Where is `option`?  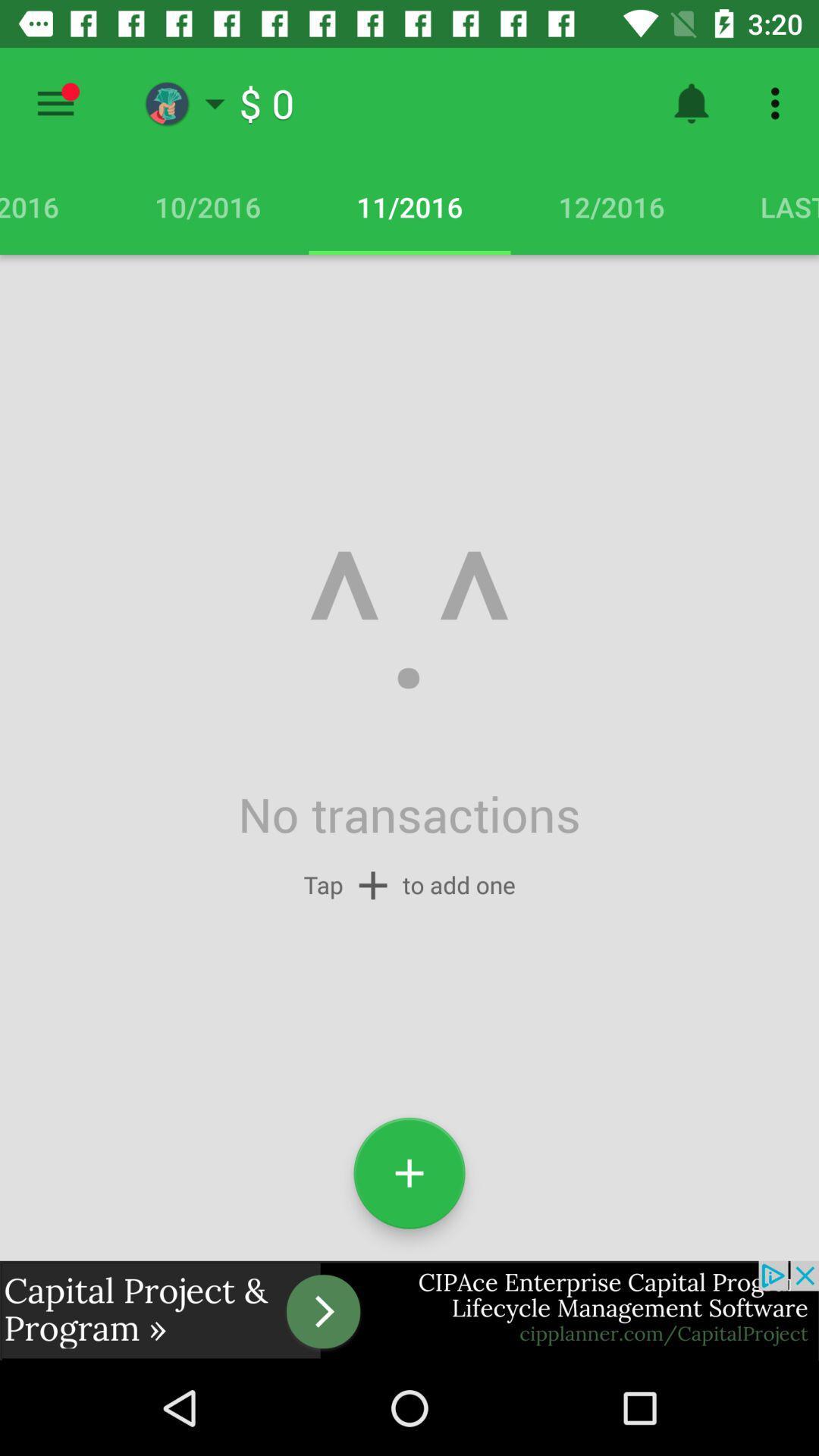 option is located at coordinates (55, 102).